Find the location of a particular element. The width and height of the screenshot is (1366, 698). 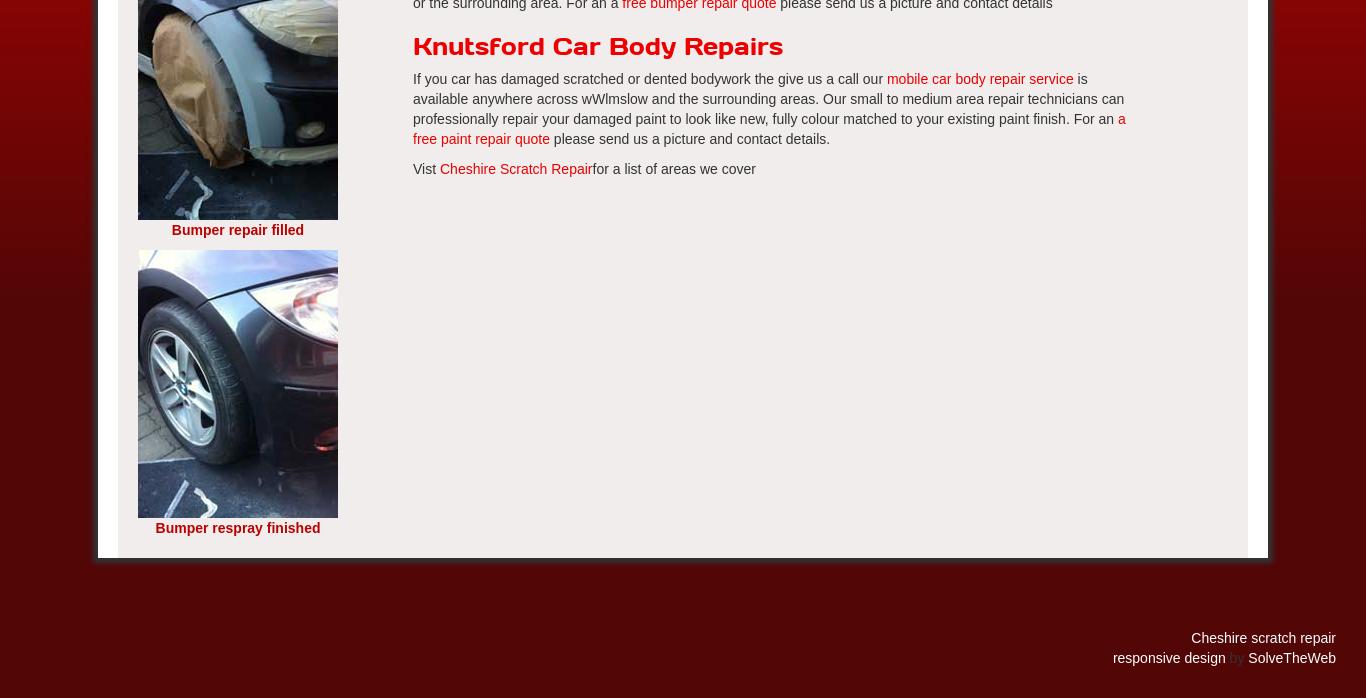

'responsive design' is located at coordinates (1111, 657).